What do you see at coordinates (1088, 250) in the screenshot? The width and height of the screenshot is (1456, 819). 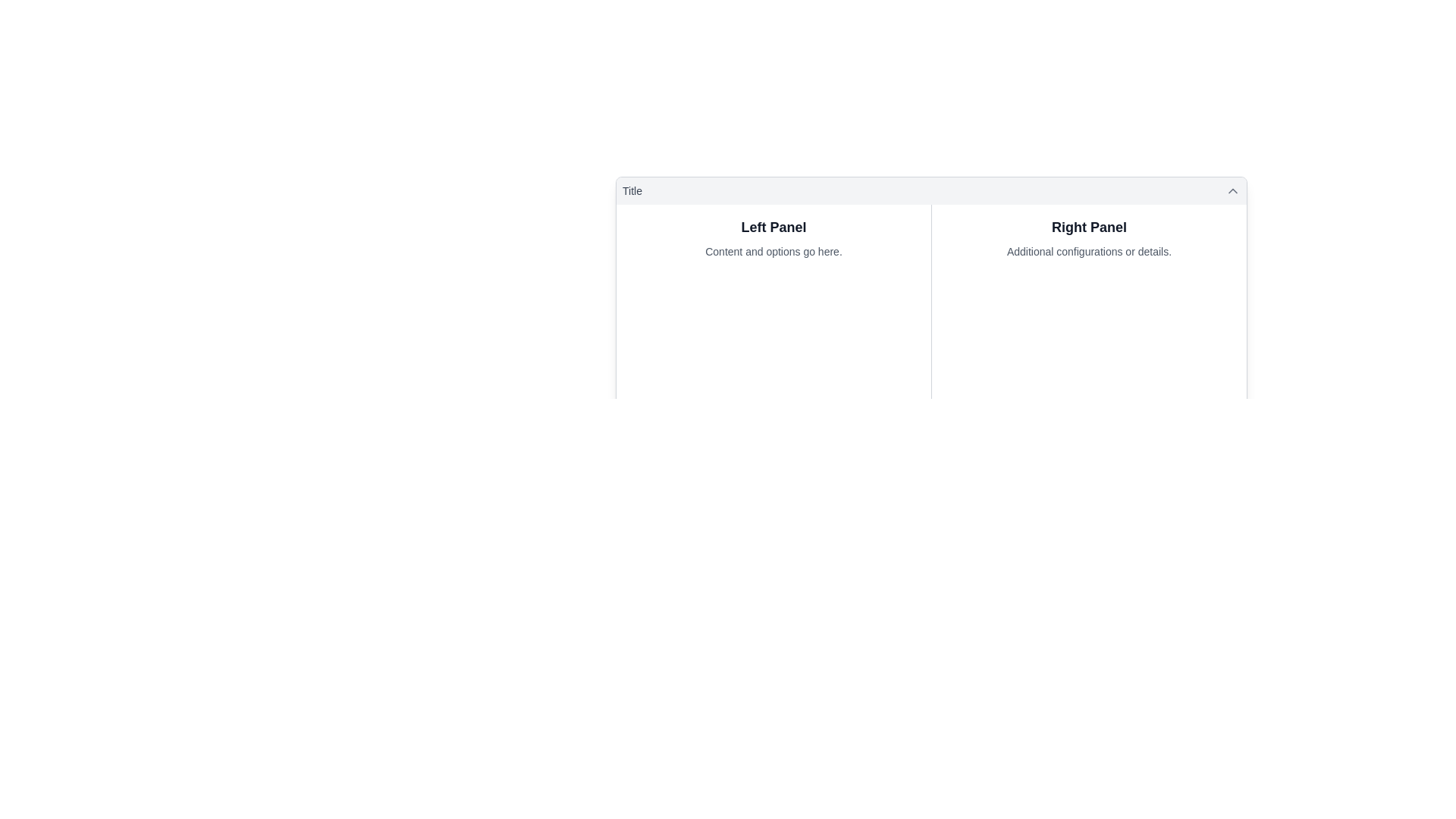 I see `the text label that contains 'Additional configurations or details.' located in the right panel beneath the 'Right Panel' title` at bounding box center [1088, 250].